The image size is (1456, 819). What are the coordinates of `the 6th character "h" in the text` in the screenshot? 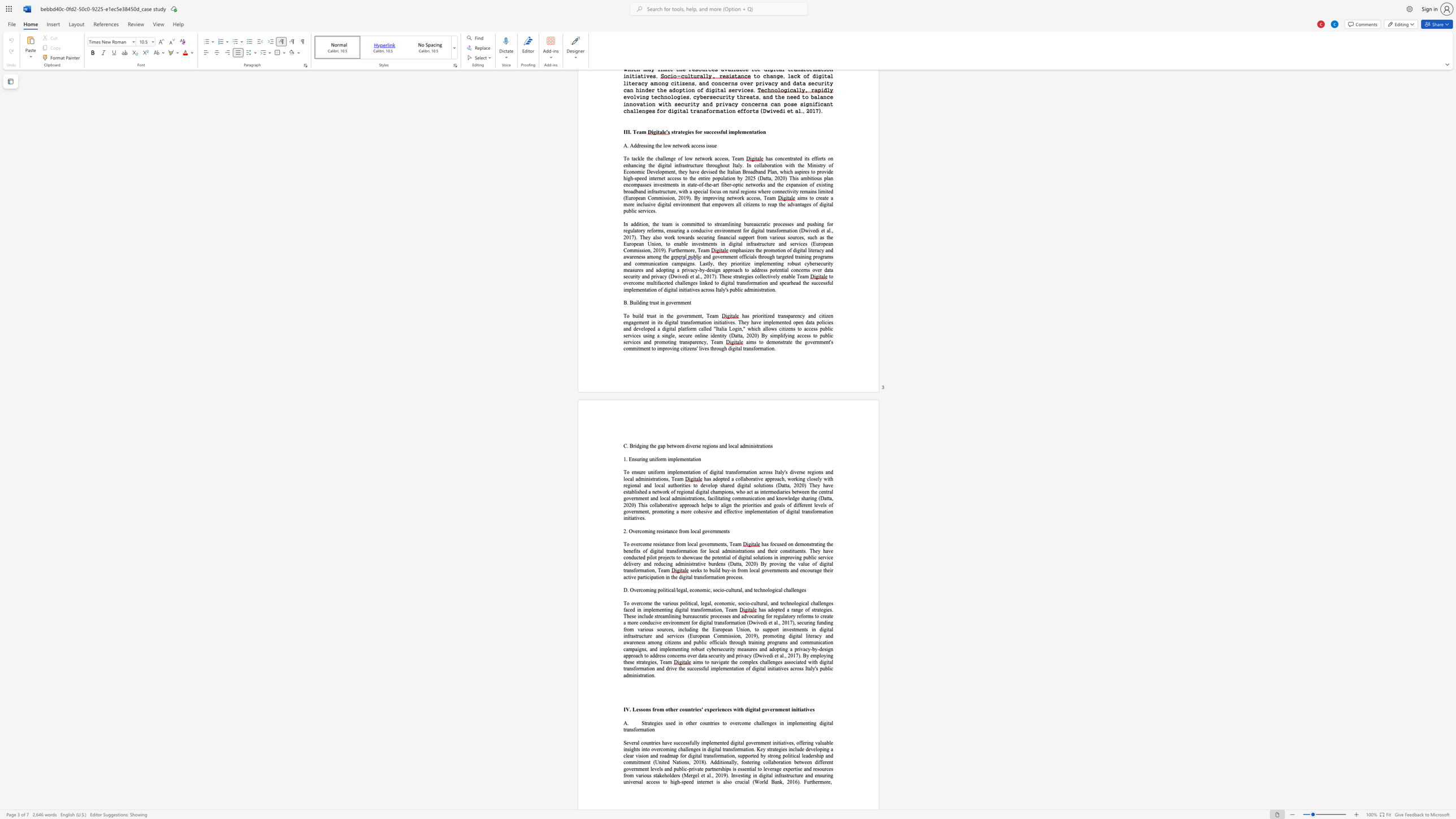 It's located at (813, 485).